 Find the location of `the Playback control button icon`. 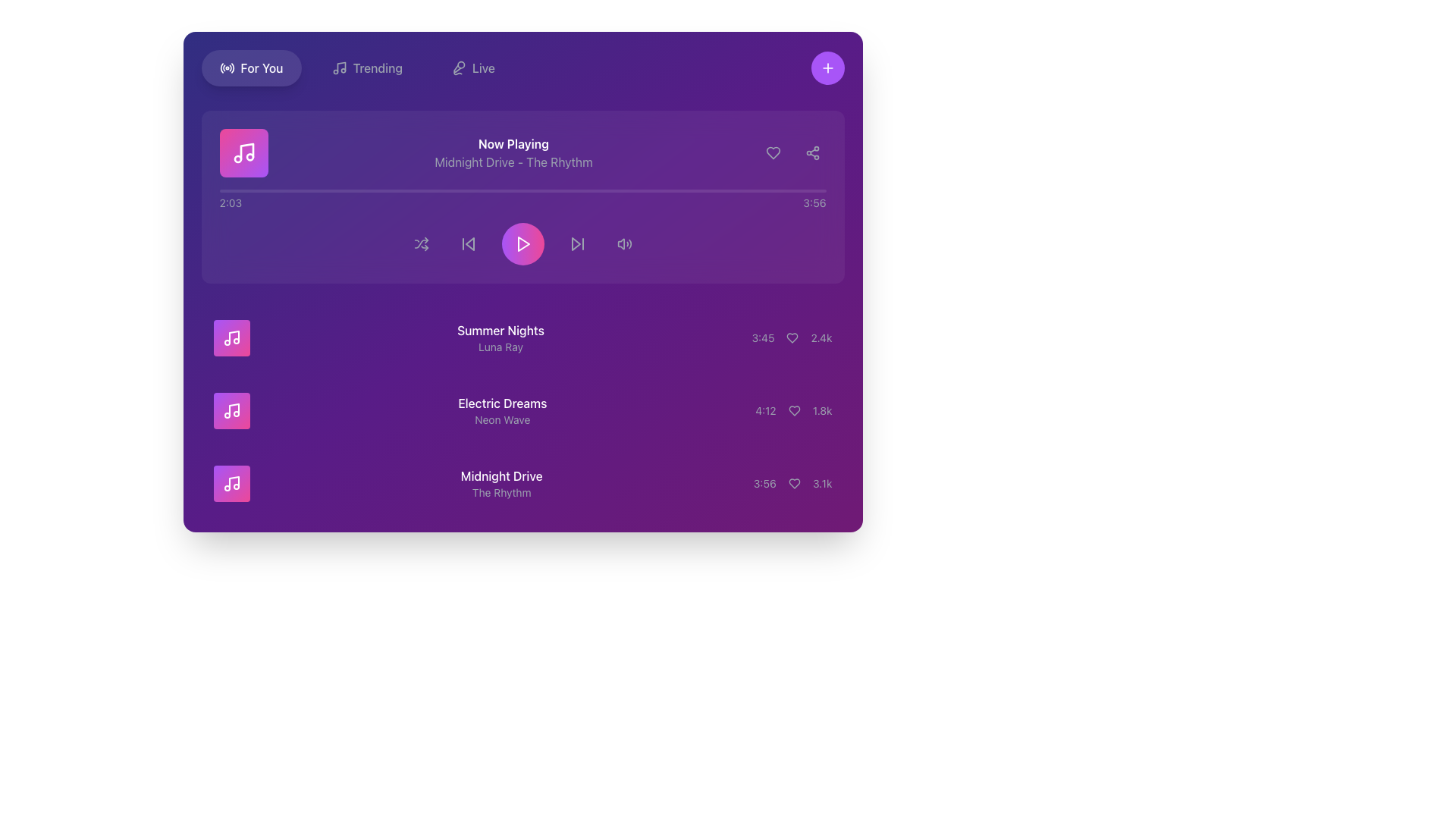

the Playback control button icon is located at coordinates (523, 243).